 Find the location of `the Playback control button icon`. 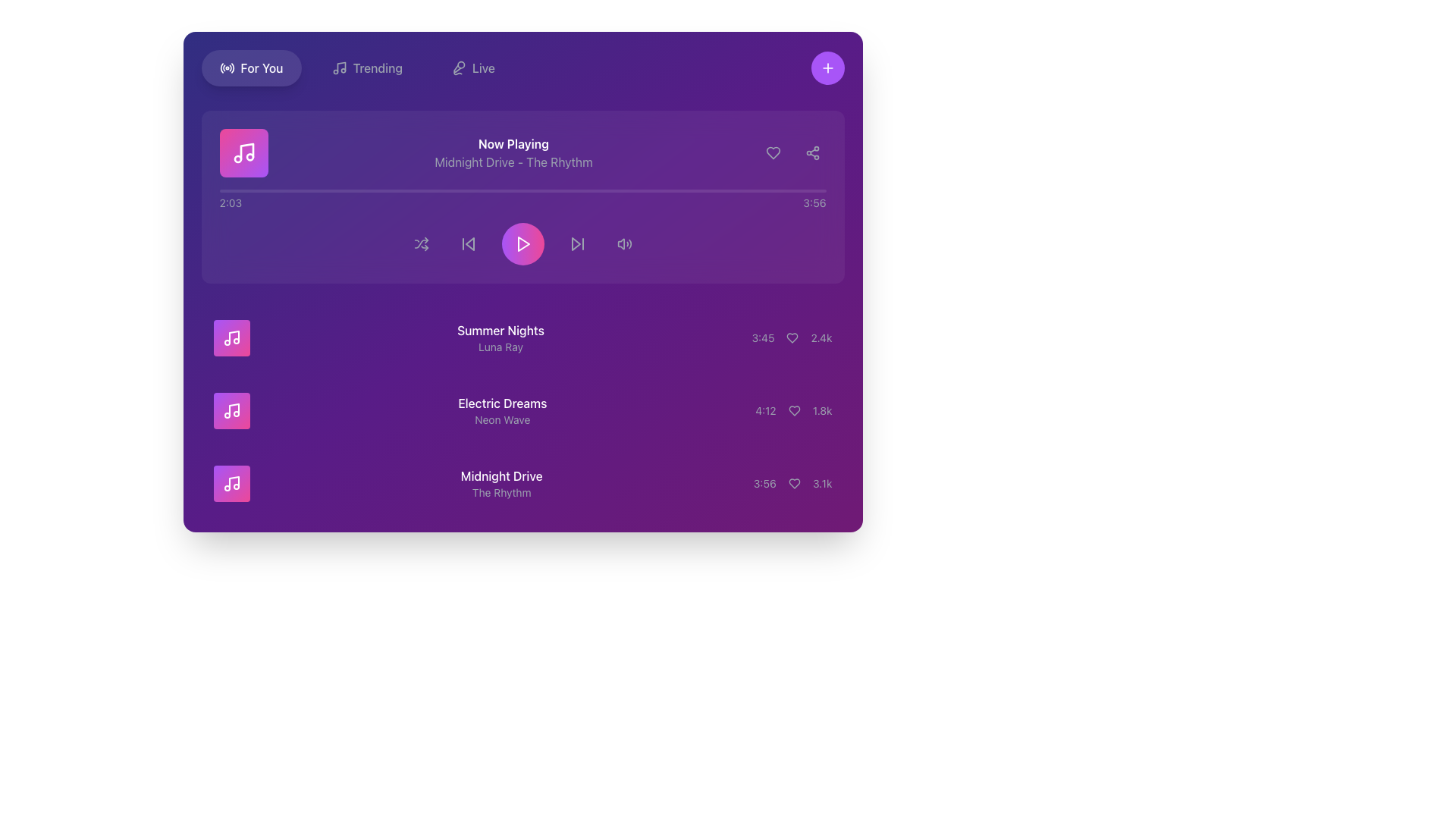

the Playback control button icon is located at coordinates (523, 243).